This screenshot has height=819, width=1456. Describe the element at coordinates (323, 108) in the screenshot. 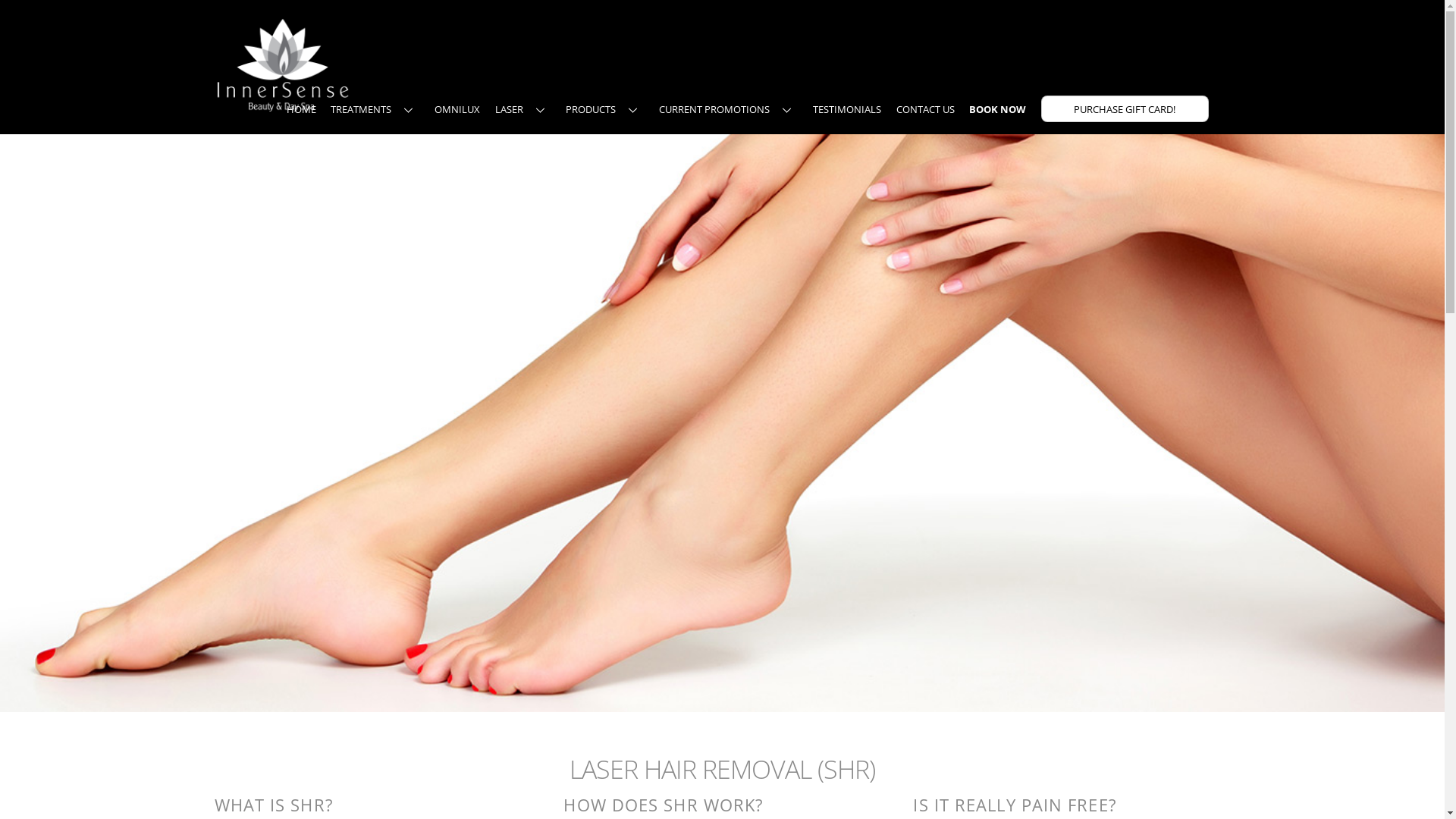

I see `'TREATMENTS'` at that location.